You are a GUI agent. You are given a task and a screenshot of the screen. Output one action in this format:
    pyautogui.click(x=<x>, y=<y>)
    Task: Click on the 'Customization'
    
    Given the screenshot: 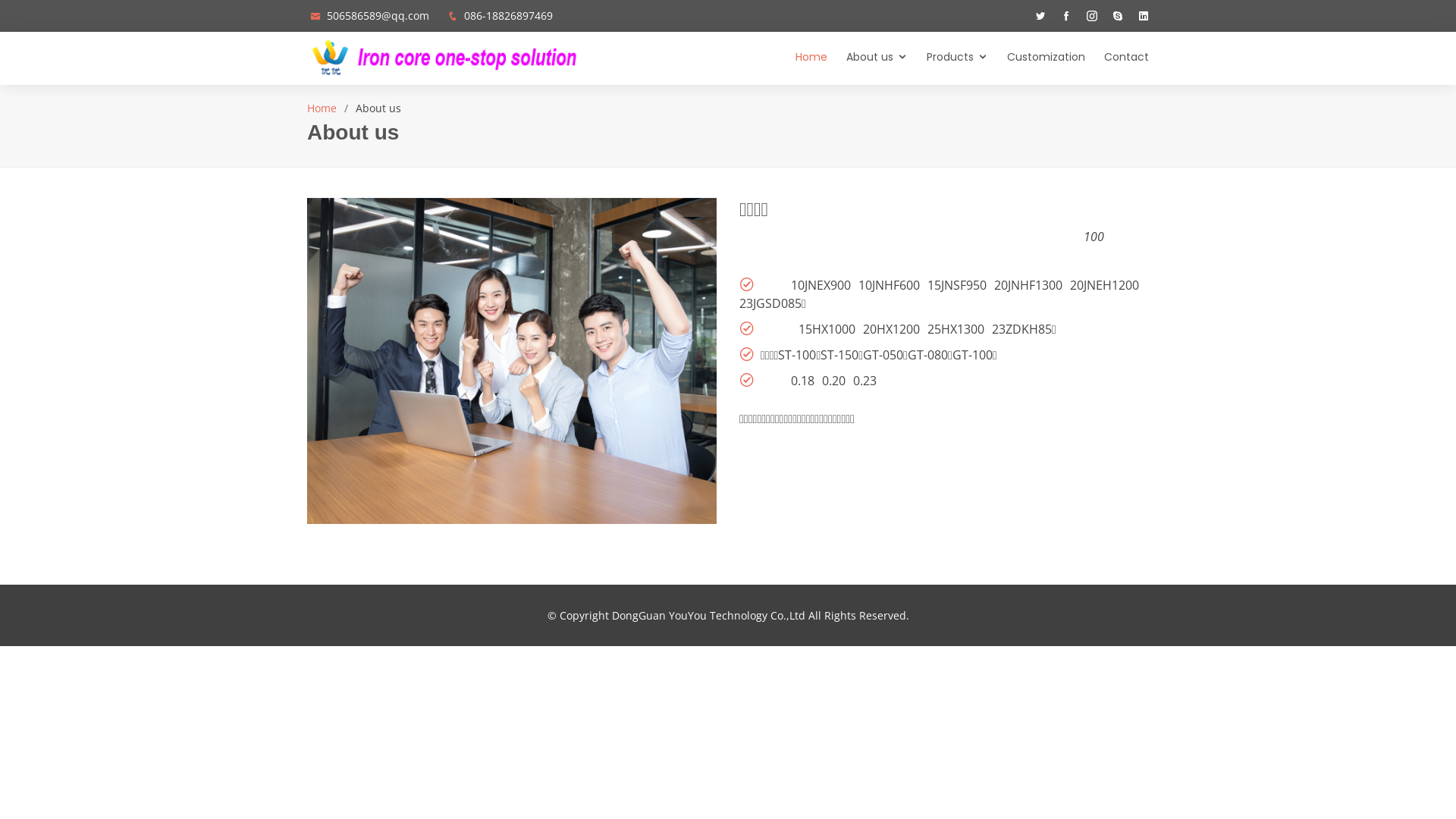 What is the action you would take?
    pyautogui.click(x=987, y=57)
    